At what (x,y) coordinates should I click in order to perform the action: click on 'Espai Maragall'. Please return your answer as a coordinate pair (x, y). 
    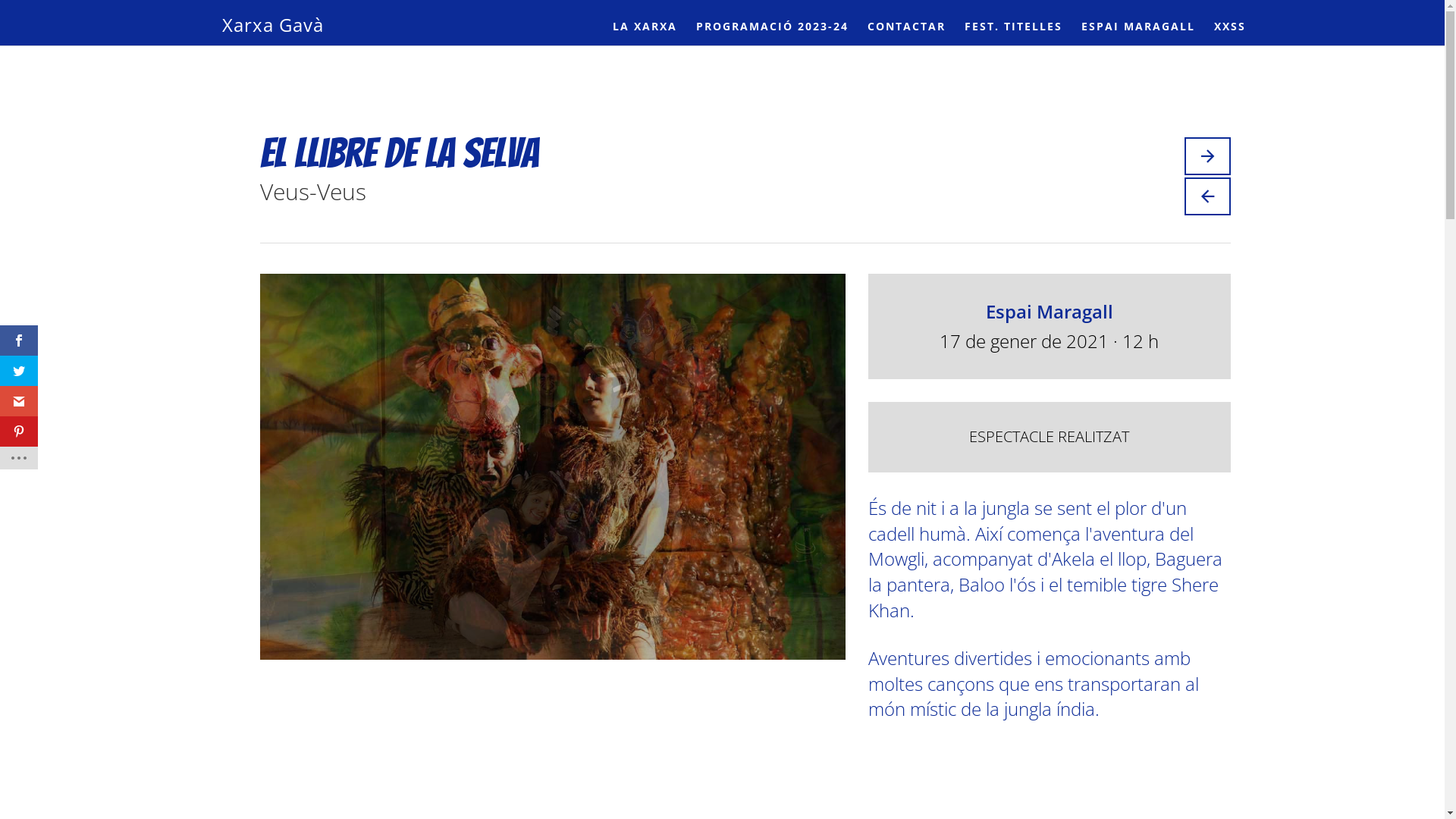
    Looking at the image, I should click on (986, 310).